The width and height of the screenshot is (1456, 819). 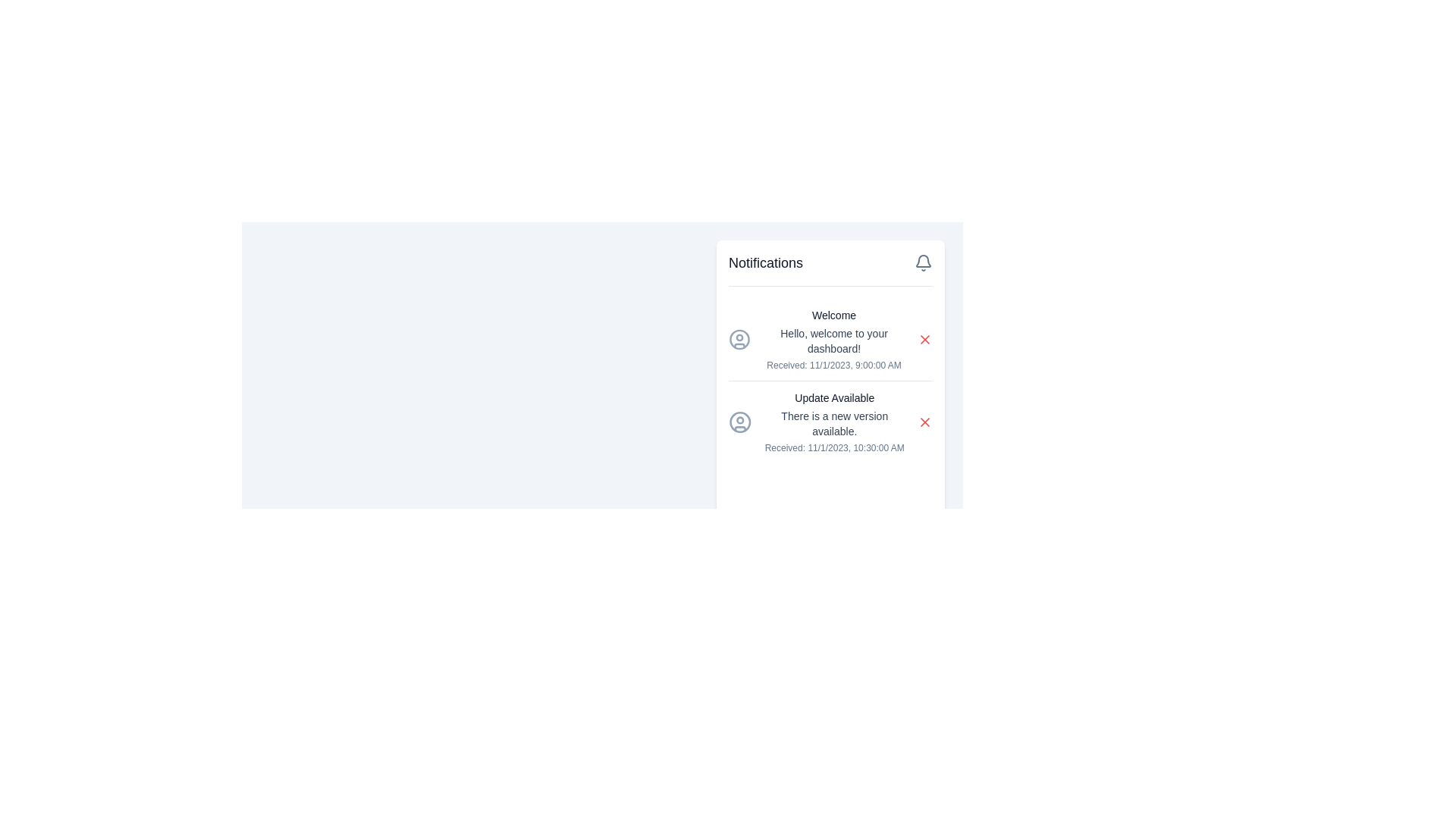 I want to click on the delete icon located at the end of the notification card in the notifications panel, so click(x=924, y=338).